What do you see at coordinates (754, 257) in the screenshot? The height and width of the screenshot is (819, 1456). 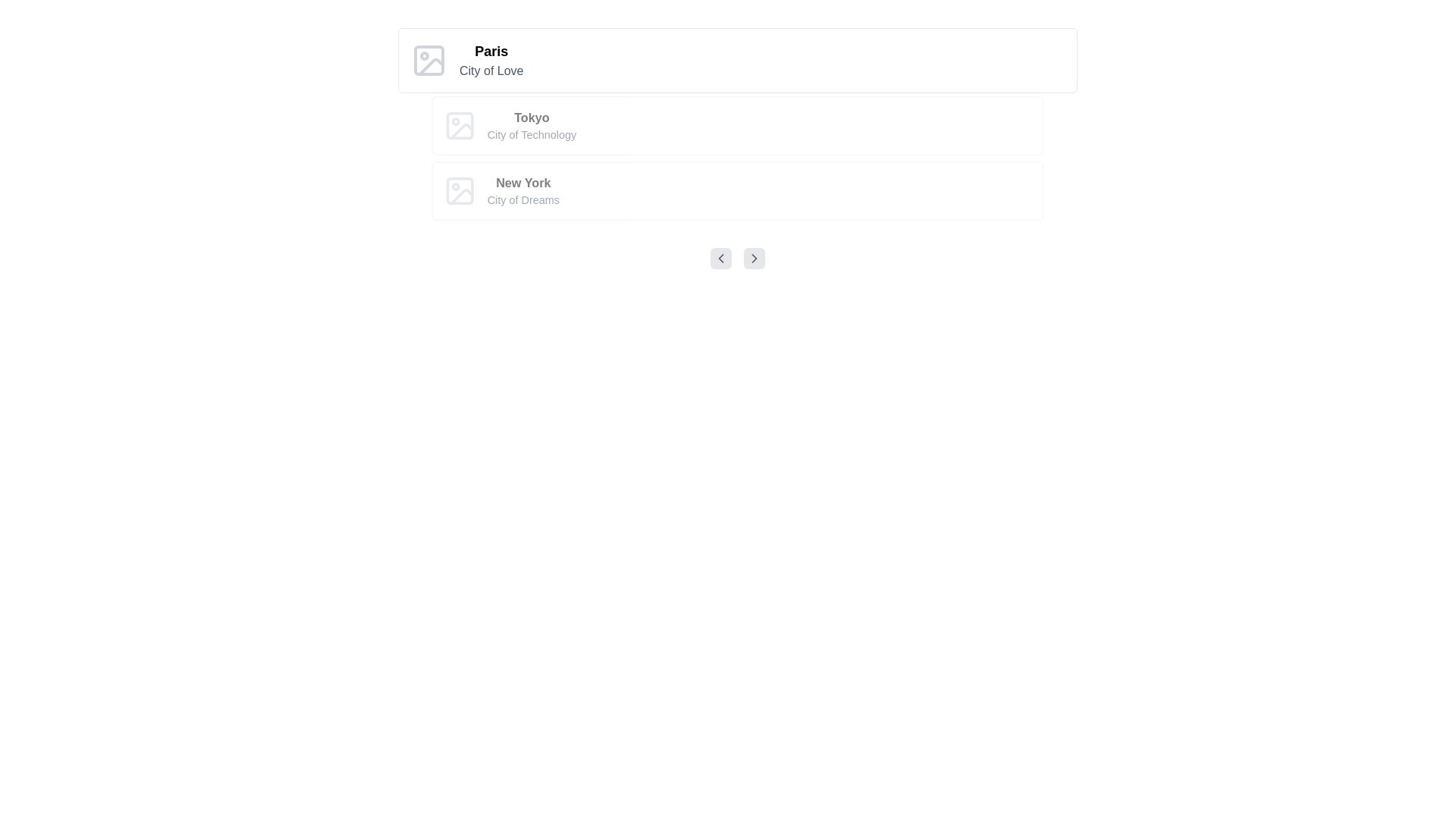 I see `the rightward-pointing chevron icon within the circular button with a light gray background` at bounding box center [754, 257].